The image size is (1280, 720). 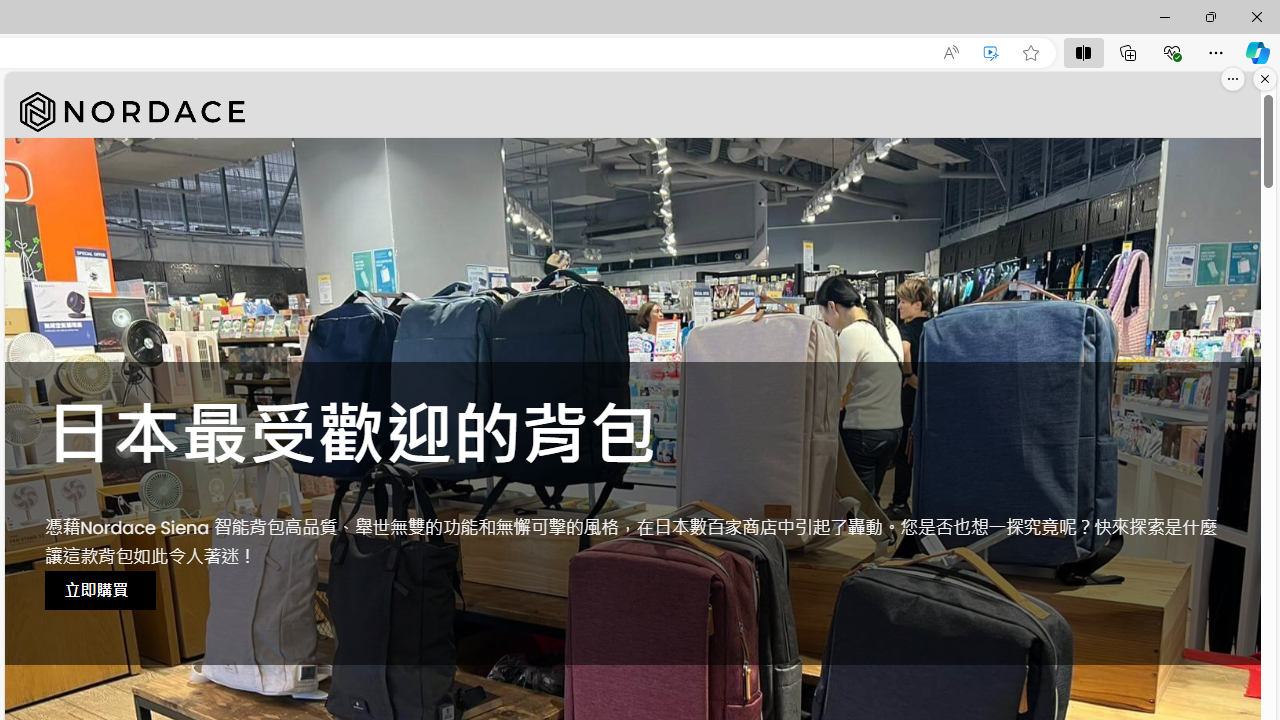 I want to click on 'Read aloud this page (Ctrl+Shift+U)', so click(x=950, y=52).